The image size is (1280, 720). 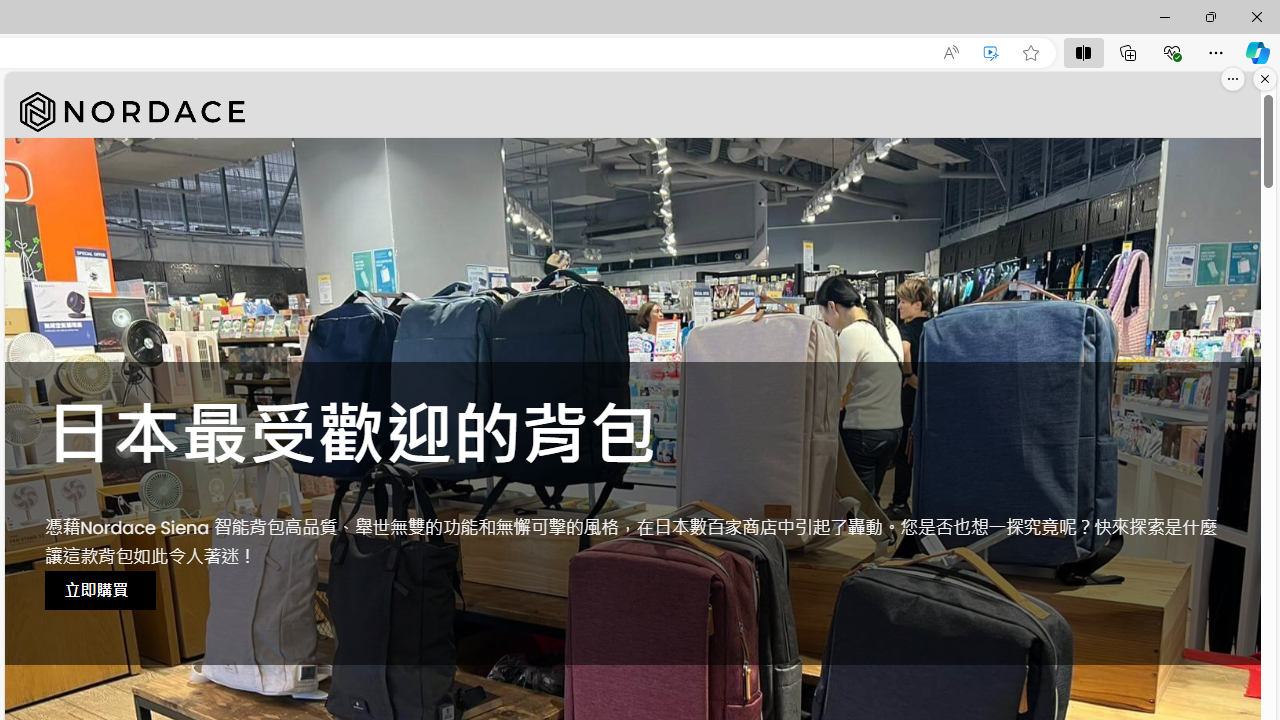 I want to click on 'Read aloud this page (Ctrl+Shift+U)', so click(x=950, y=52).